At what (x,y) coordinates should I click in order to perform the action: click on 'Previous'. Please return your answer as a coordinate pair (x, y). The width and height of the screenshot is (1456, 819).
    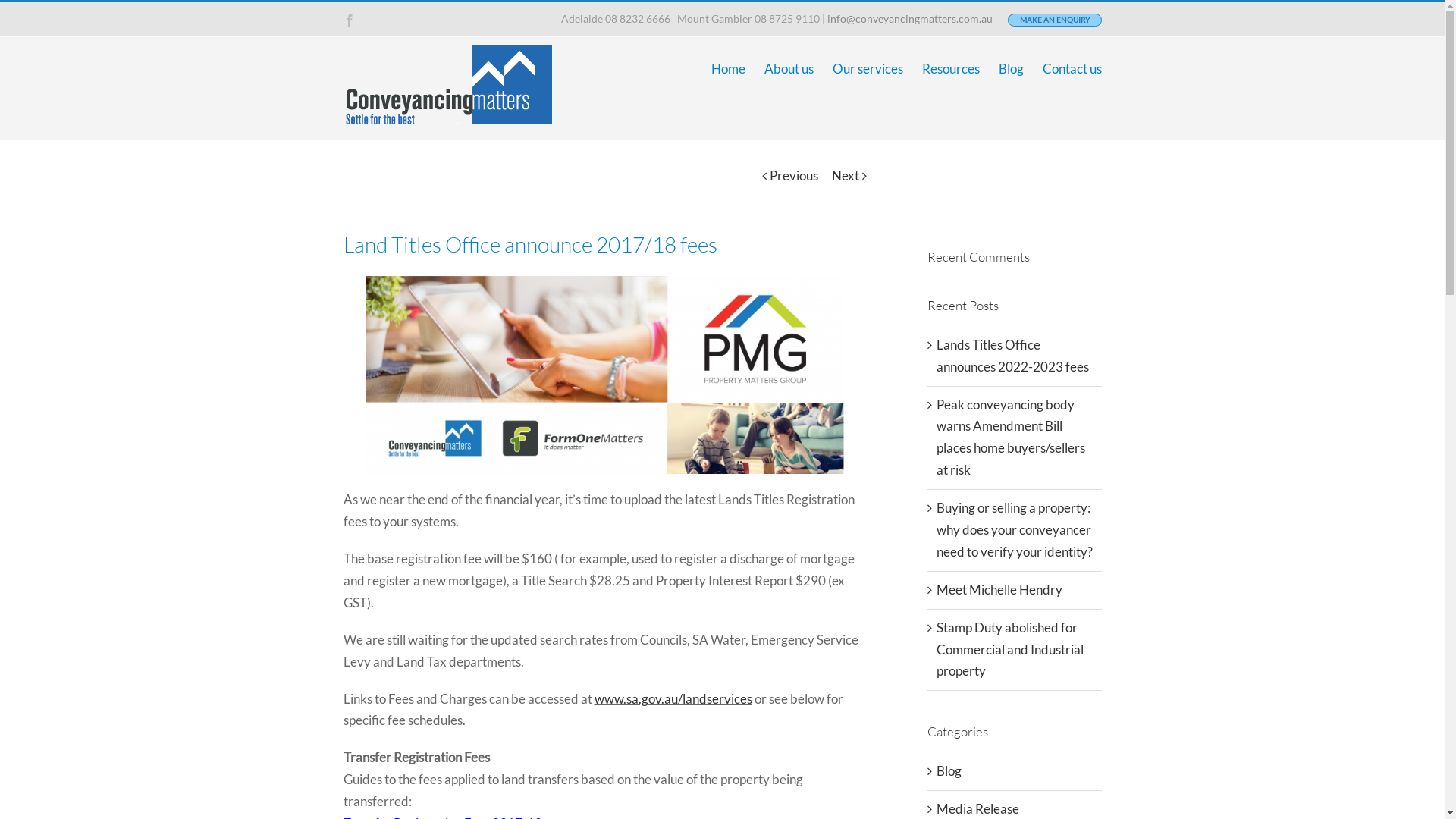
    Looking at the image, I should click on (792, 174).